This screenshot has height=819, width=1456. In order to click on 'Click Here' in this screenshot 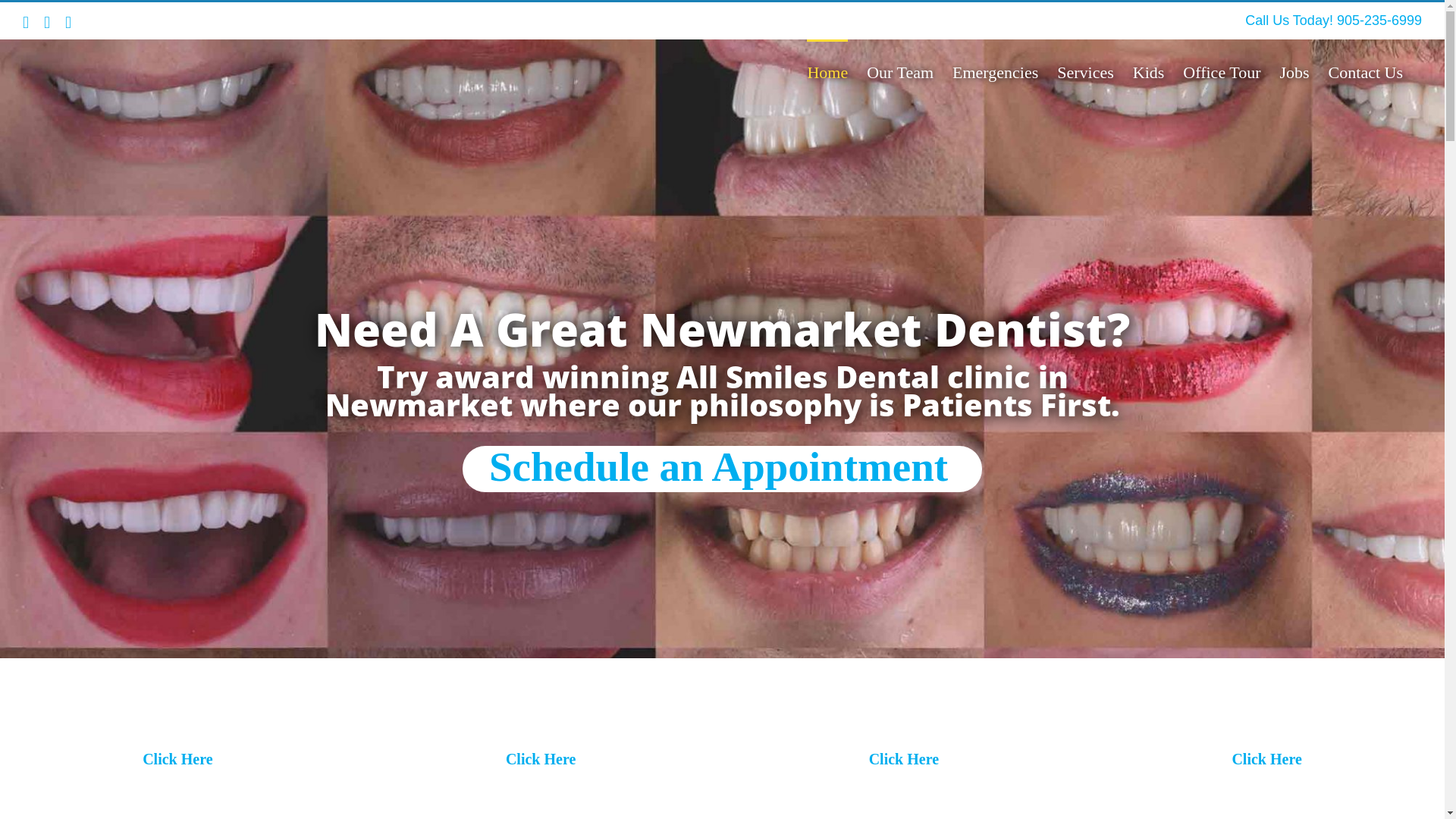, I will do `click(177, 759)`.